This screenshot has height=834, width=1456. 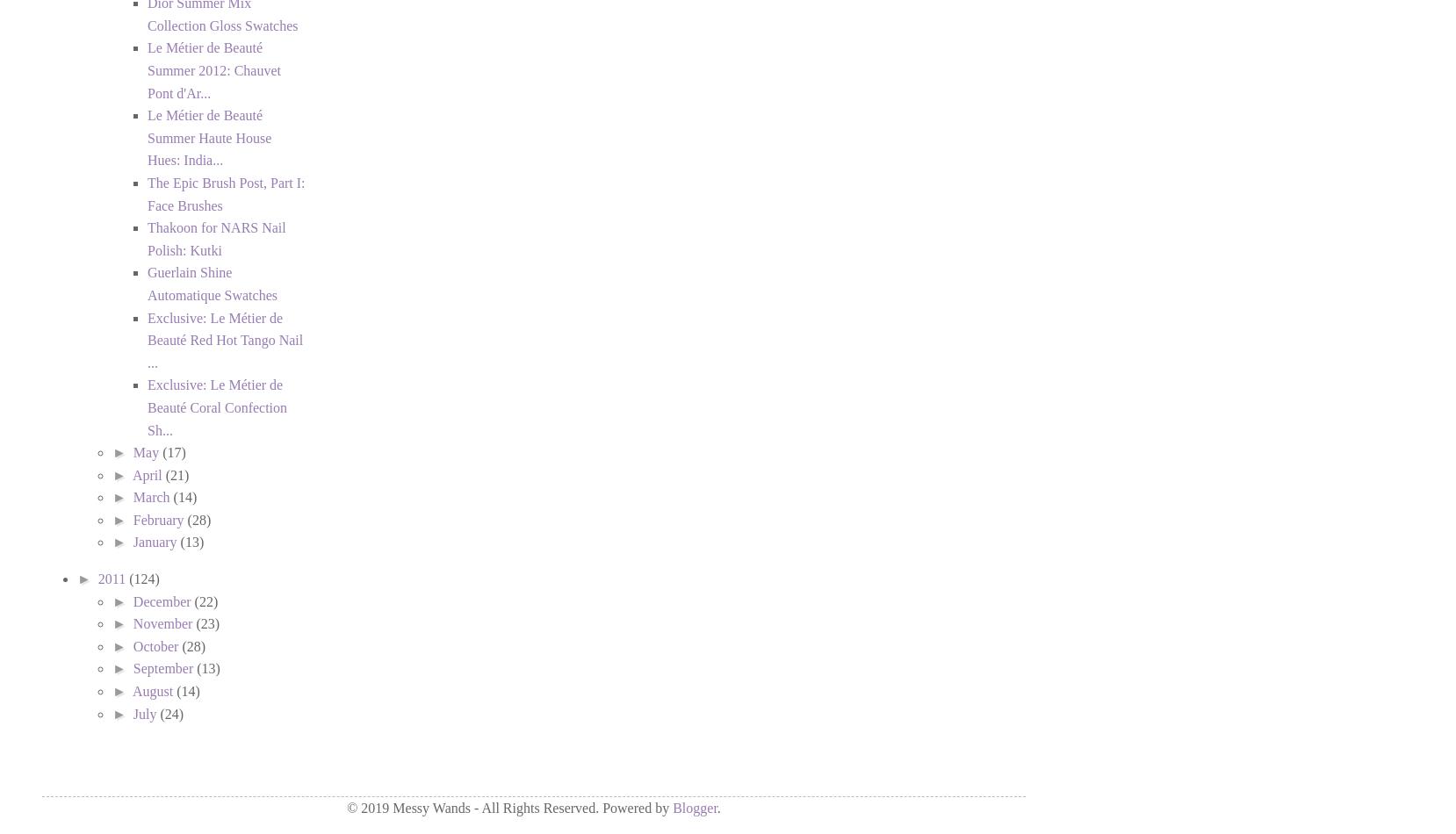 What do you see at coordinates (695, 807) in the screenshot?
I see `'Blogger'` at bounding box center [695, 807].